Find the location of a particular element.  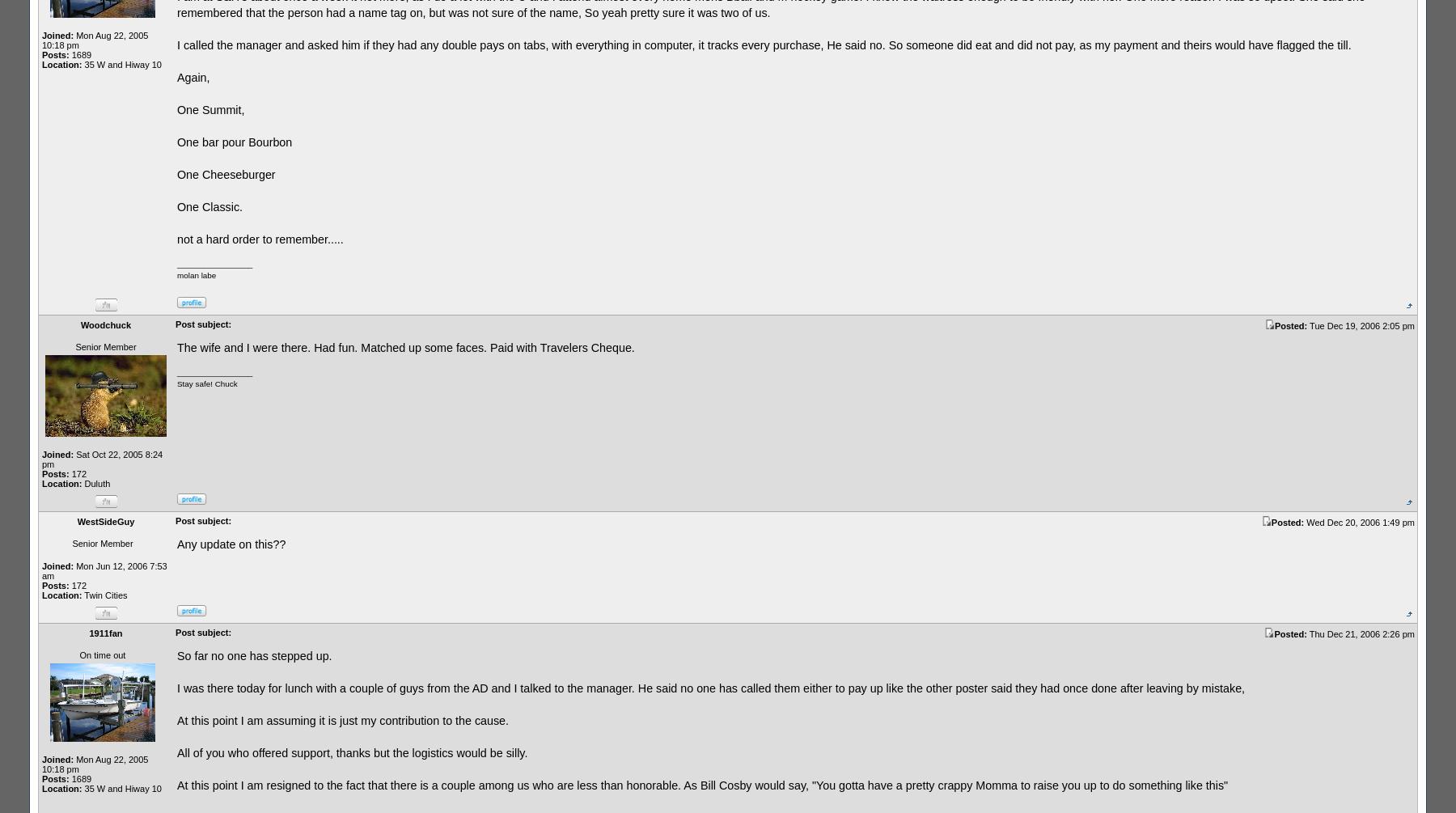

'One Classic.' is located at coordinates (209, 205).